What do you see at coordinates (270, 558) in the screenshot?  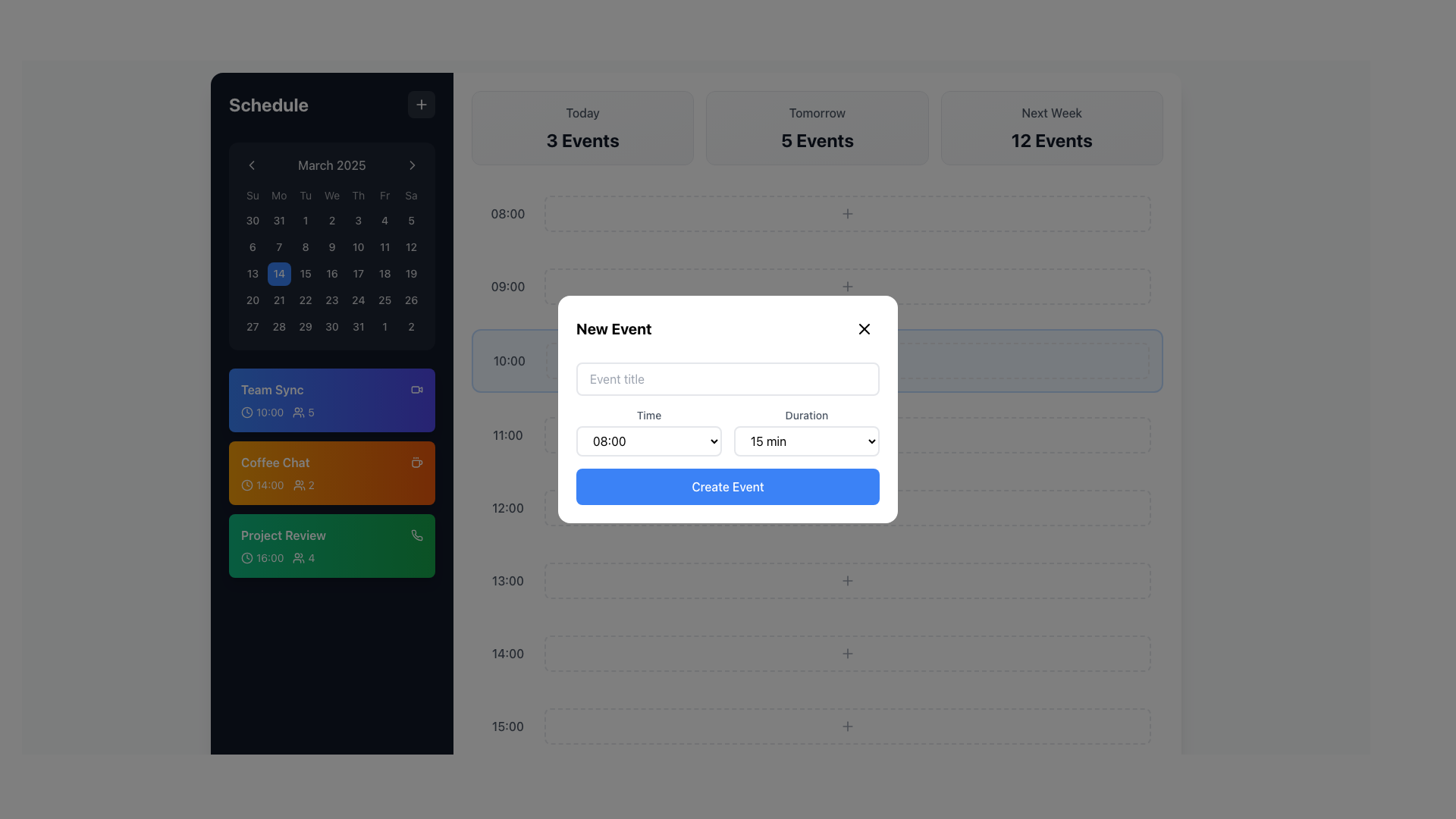 I see `the static text displaying the scheduled time of the 'Project Review' event, located in the left sidebar between the clock icon and the attendee count` at bounding box center [270, 558].